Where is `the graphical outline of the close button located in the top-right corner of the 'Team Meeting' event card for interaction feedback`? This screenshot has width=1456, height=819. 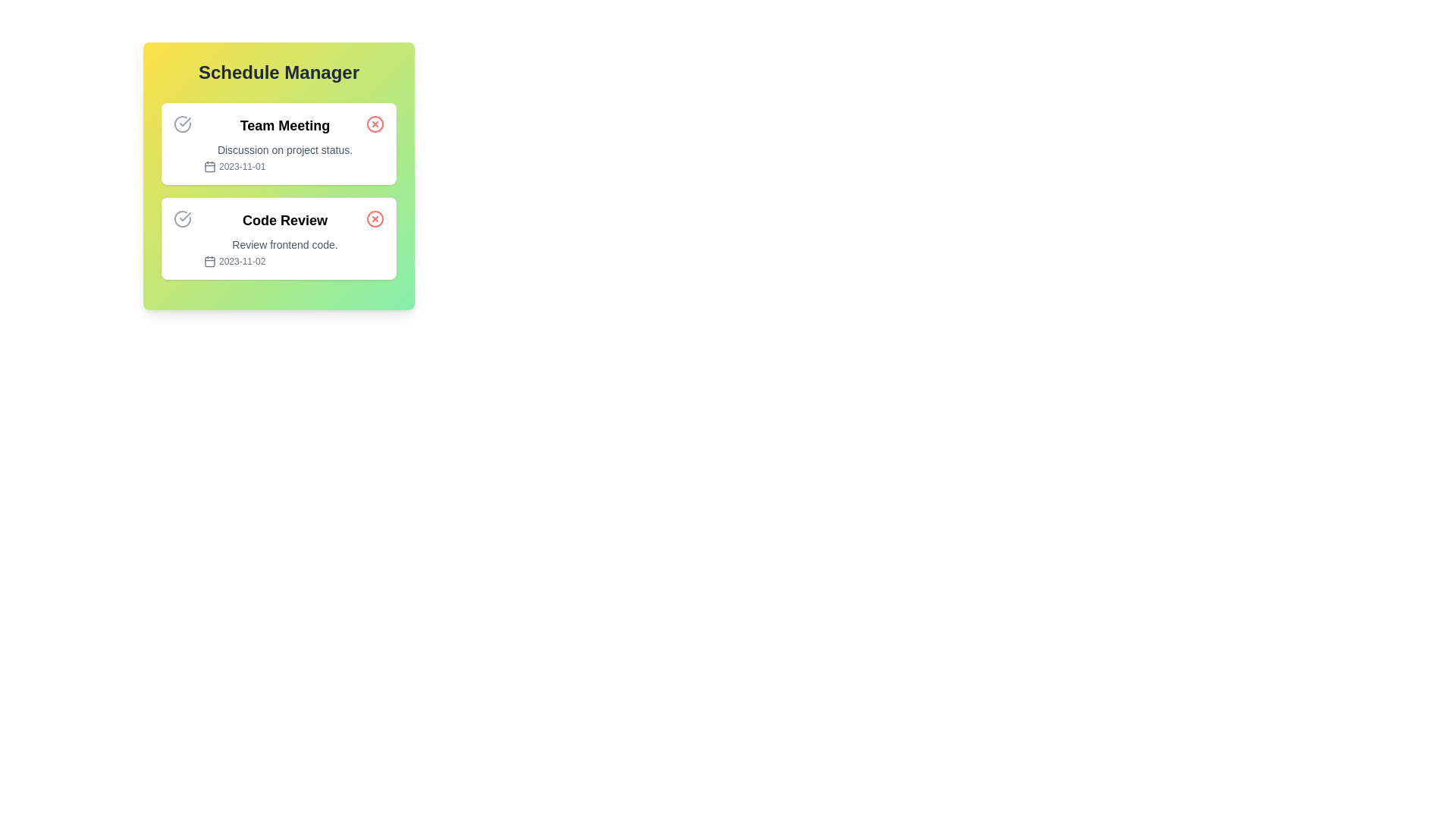
the graphical outline of the close button located in the top-right corner of the 'Team Meeting' event card for interaction feedback is located at coordinates (375, 124).